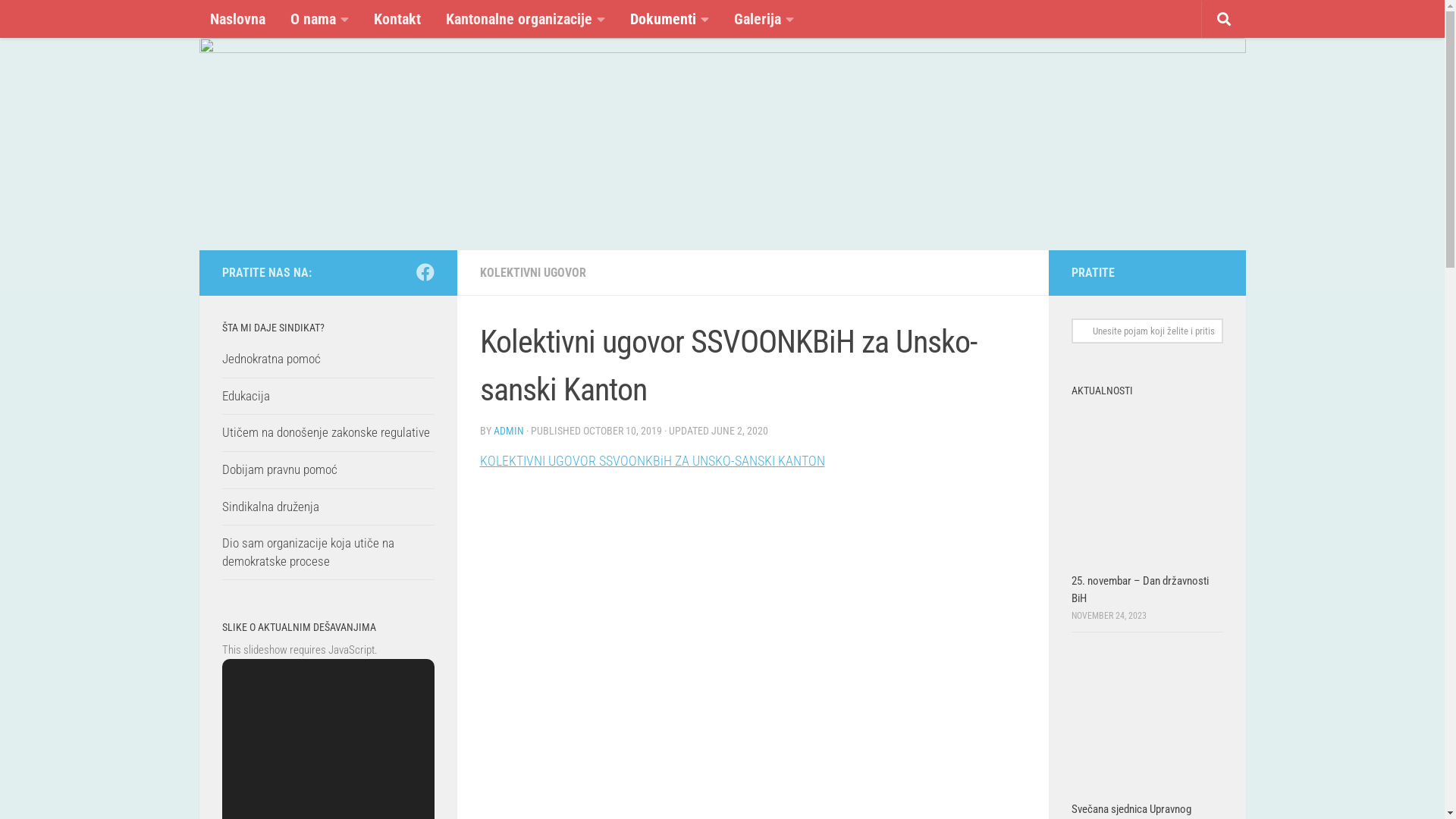 The image size is (1456, 819). What do you see at coordinates (221, 394) in the screenshot?
I see `'Edukacija'` at bounding box center [221, 394].